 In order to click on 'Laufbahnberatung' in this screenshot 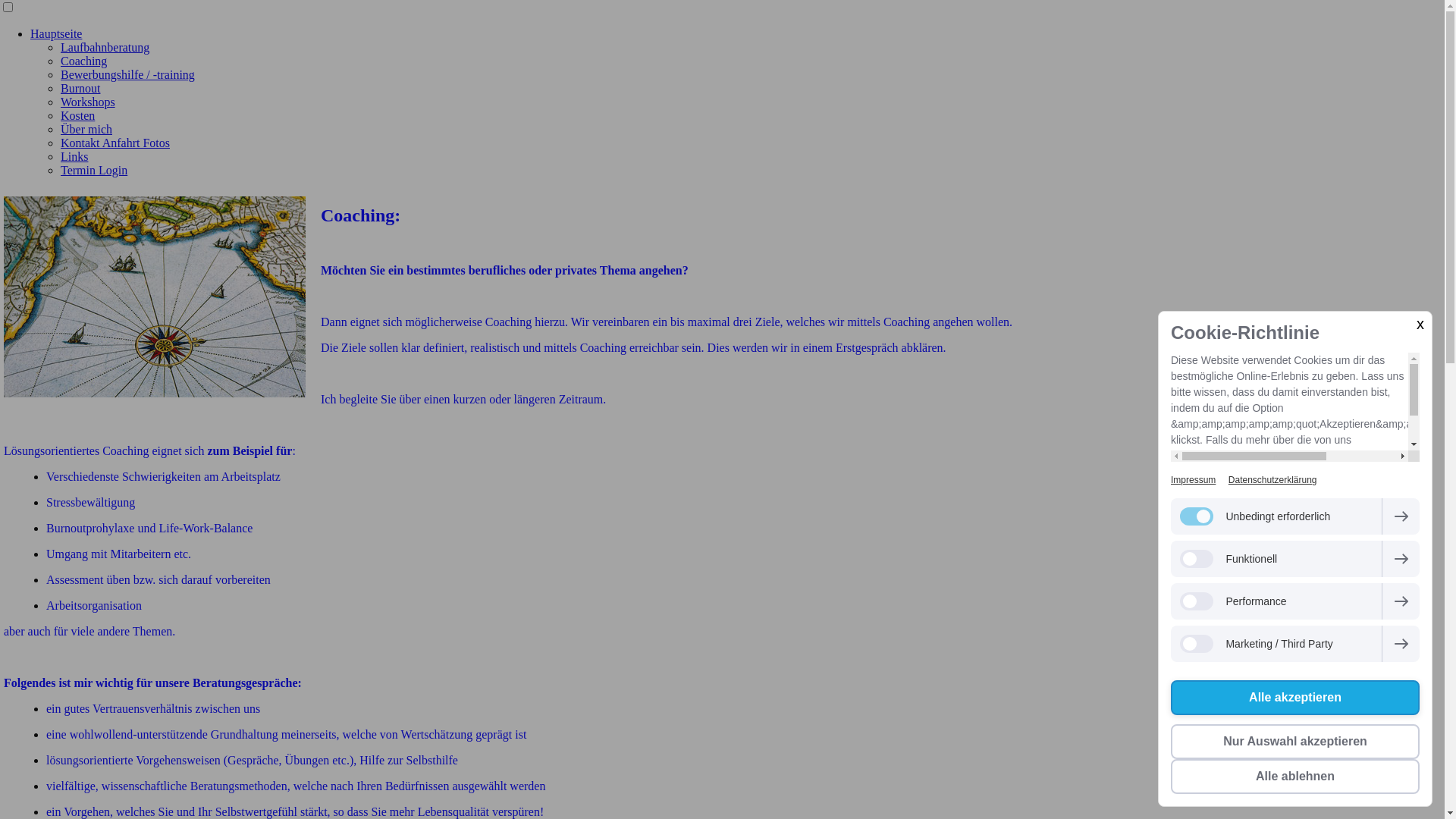, I will do `click(104, 46)`.